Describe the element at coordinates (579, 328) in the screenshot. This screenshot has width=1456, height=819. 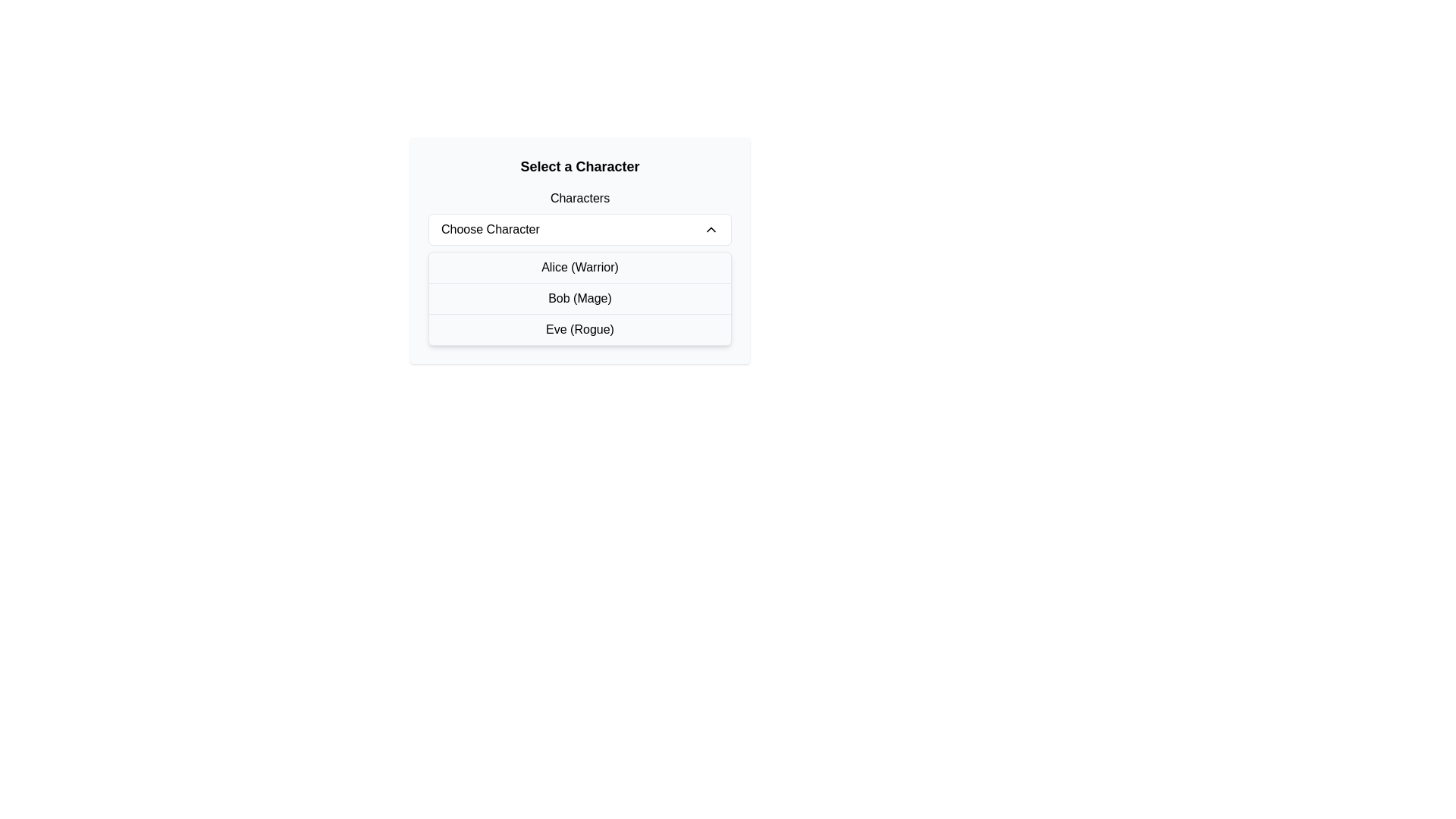
I see `the selectable list item labeled 'Eve (Rogue)', which is the last item in the dropdown list under 'Select a Character', to indicate selection` at that location.